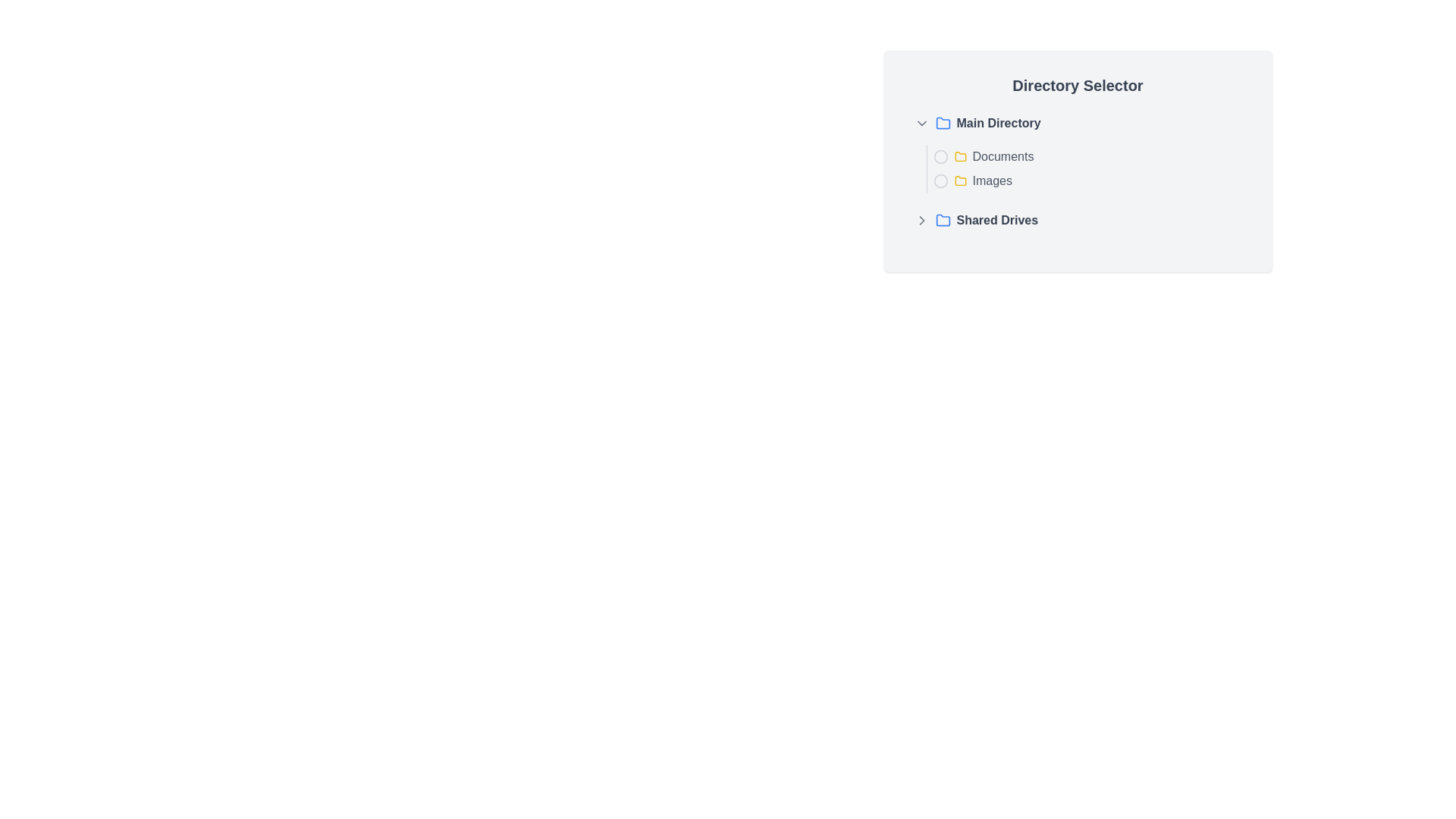  What do you see at coordinates (997, 220) in the screenshot?
I see `the text label reading 'Shared Drives'` at bounding box center [997, 220].